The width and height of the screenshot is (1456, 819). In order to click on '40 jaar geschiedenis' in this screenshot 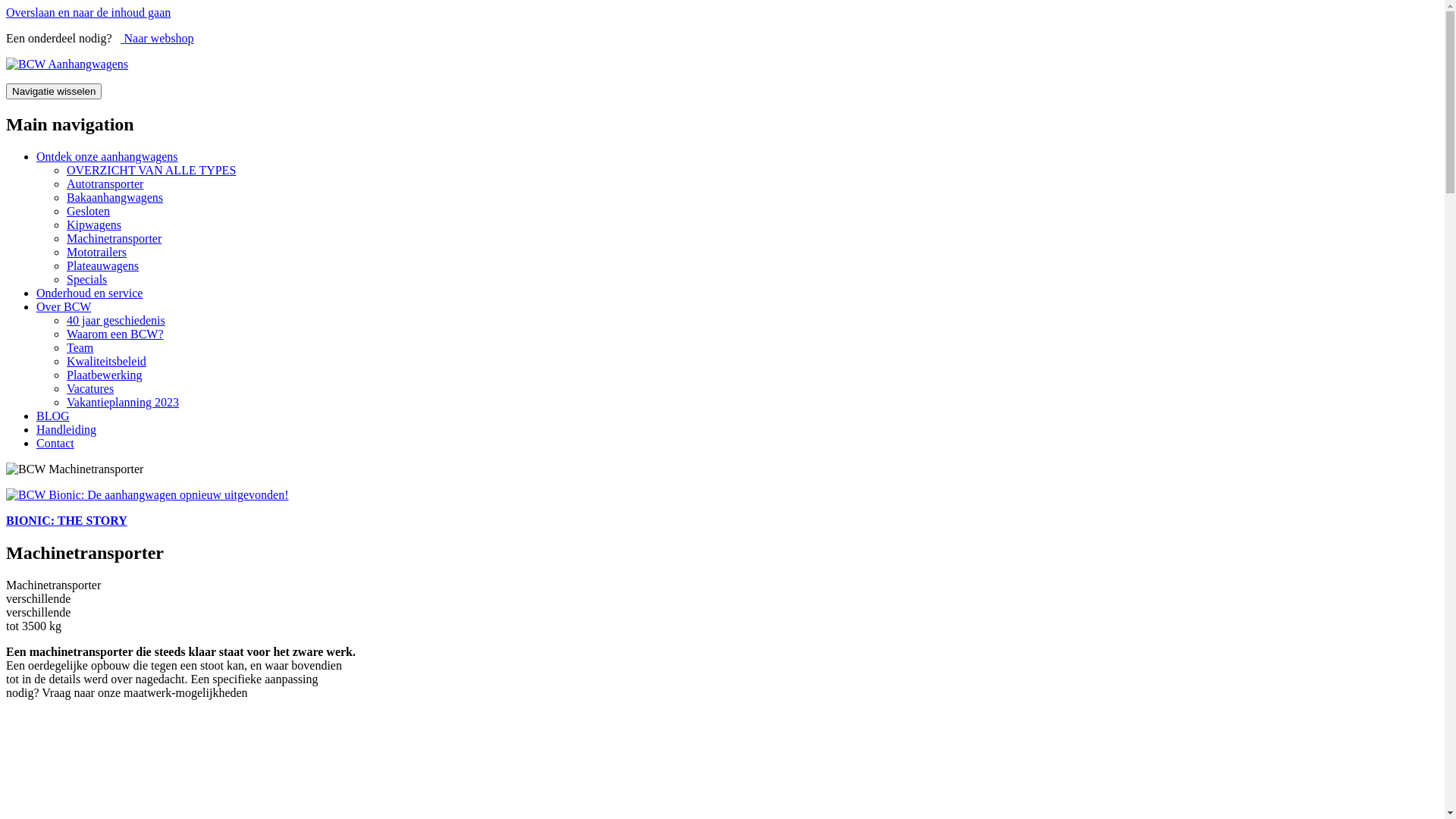, I will do `click(115, 319)`.